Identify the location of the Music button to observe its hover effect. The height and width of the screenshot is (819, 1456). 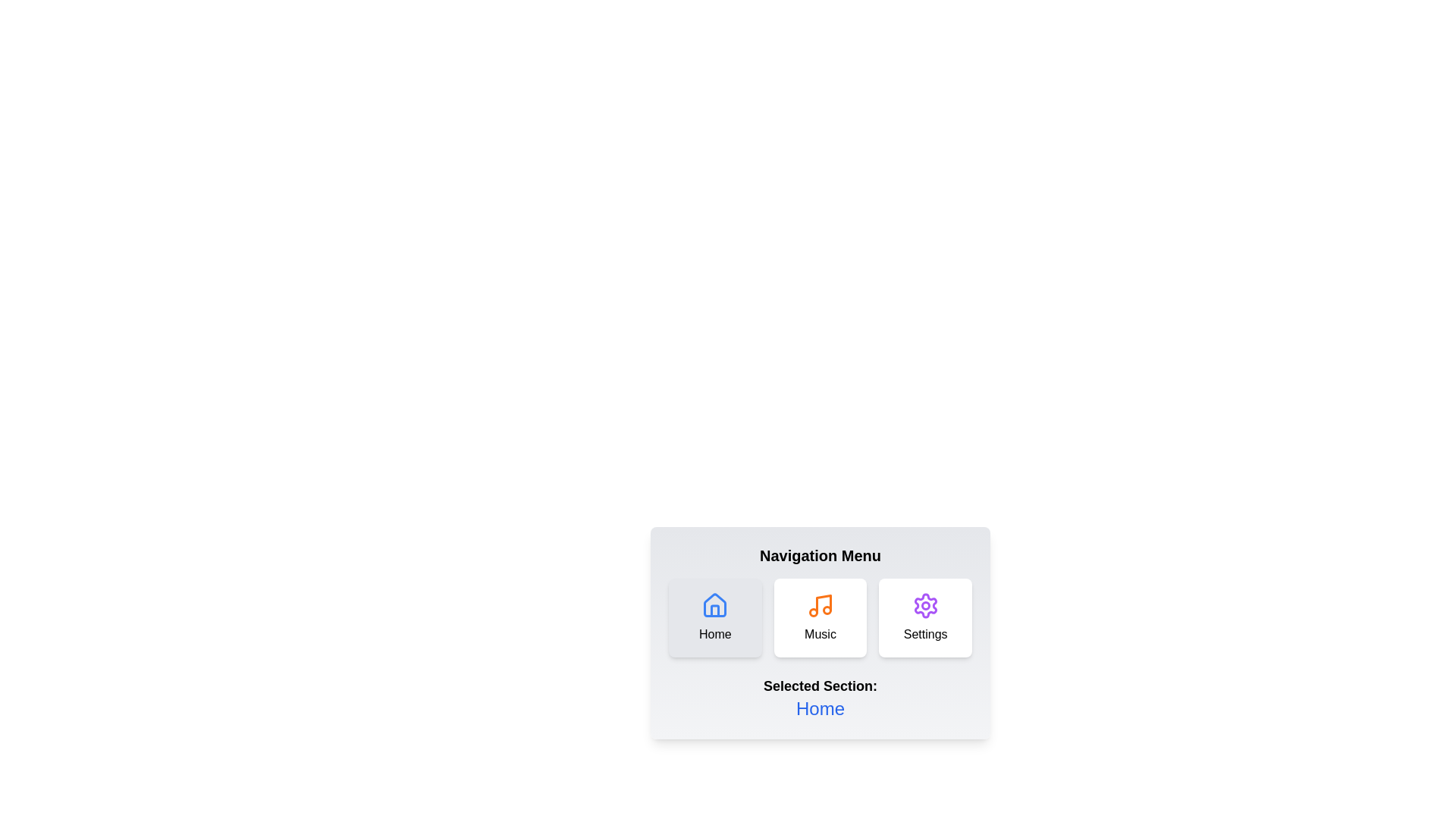
(819, 617).